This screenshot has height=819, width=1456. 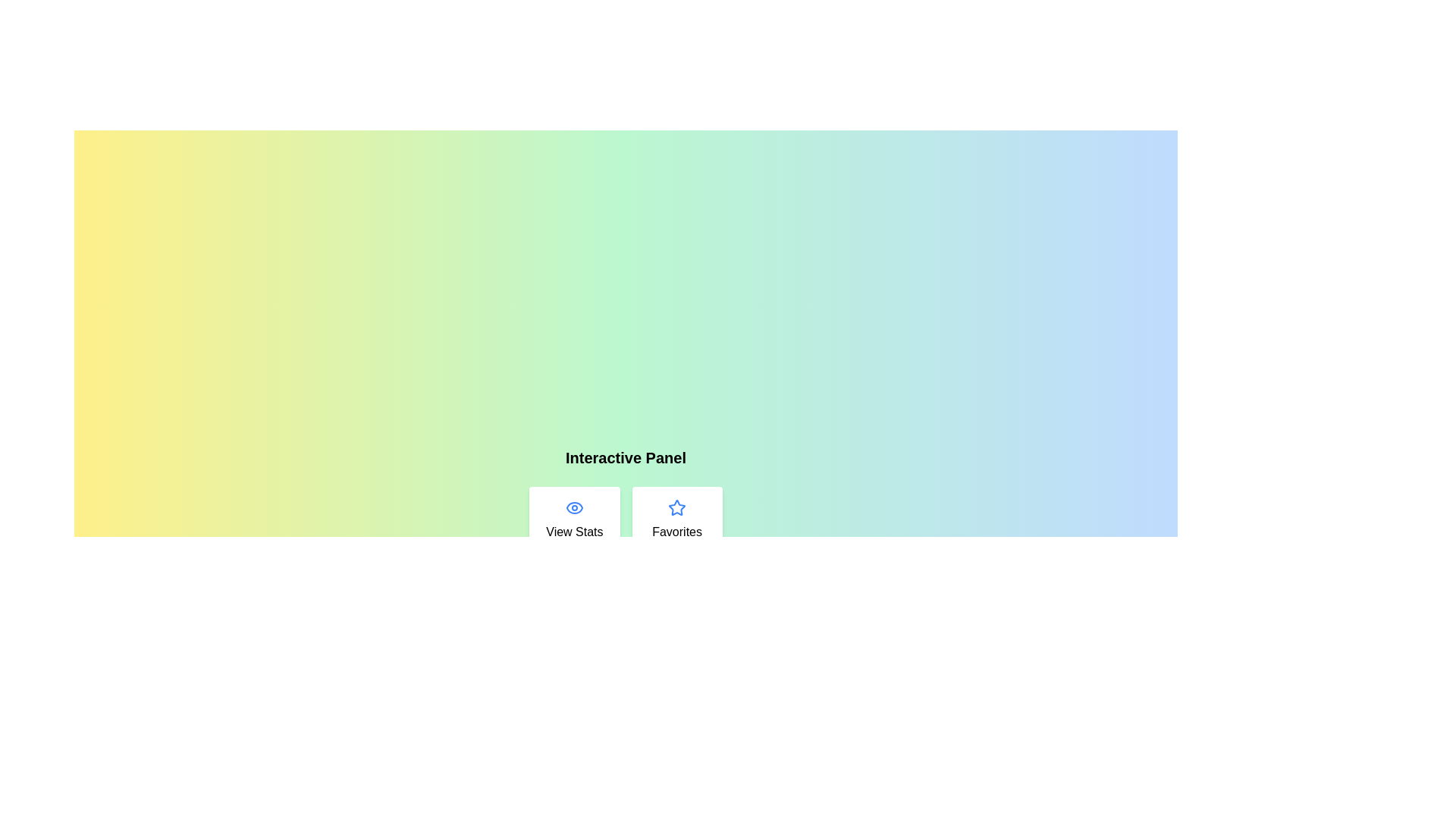 I want to click on the 'Favorites' text label, so click(x=676, y=532).